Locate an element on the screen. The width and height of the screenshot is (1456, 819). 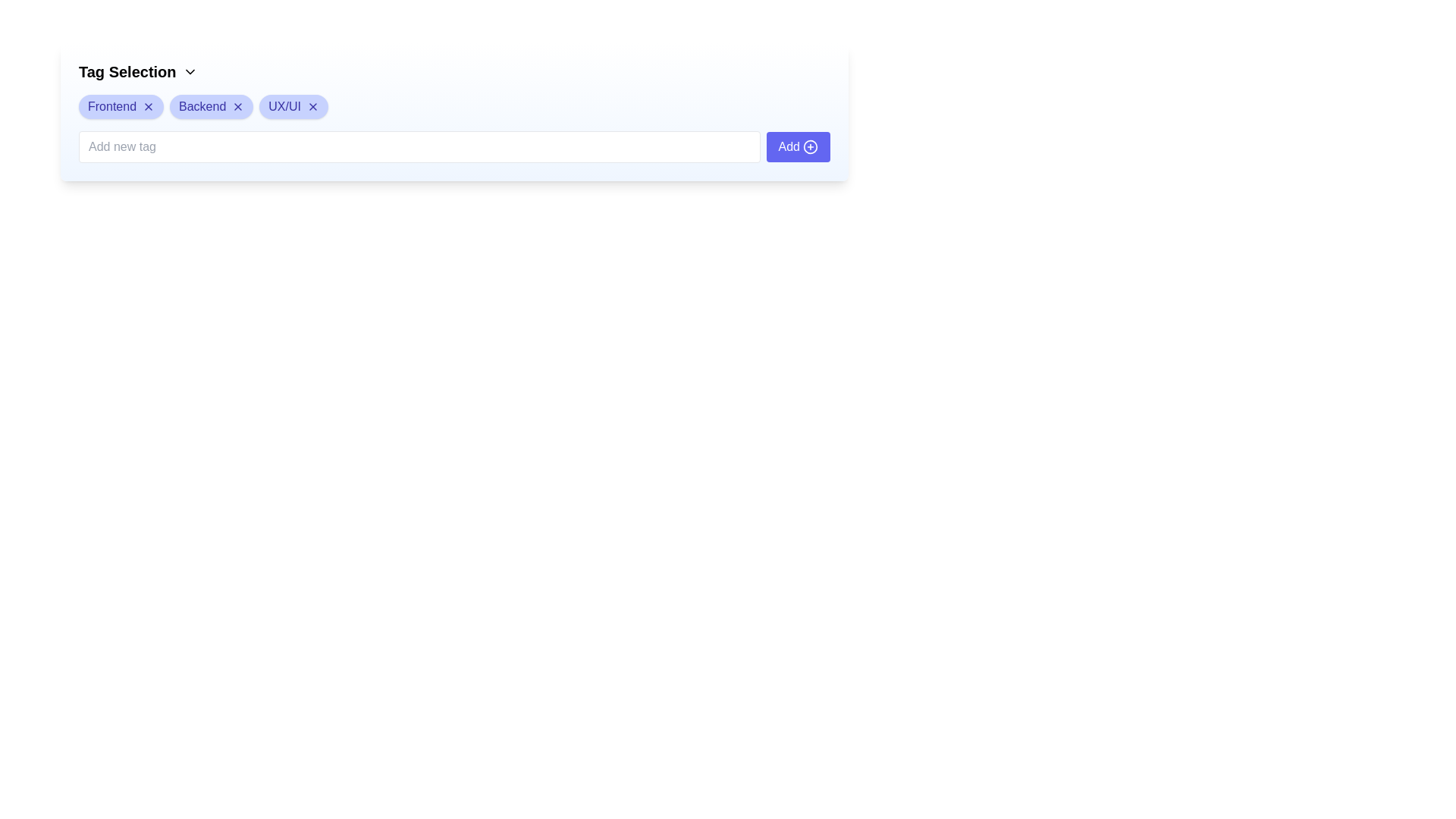
the text label element that represents the tag labeled 'UX/UI', which is centrally positioned within a tag-like component is located at coordinates (284, 106).